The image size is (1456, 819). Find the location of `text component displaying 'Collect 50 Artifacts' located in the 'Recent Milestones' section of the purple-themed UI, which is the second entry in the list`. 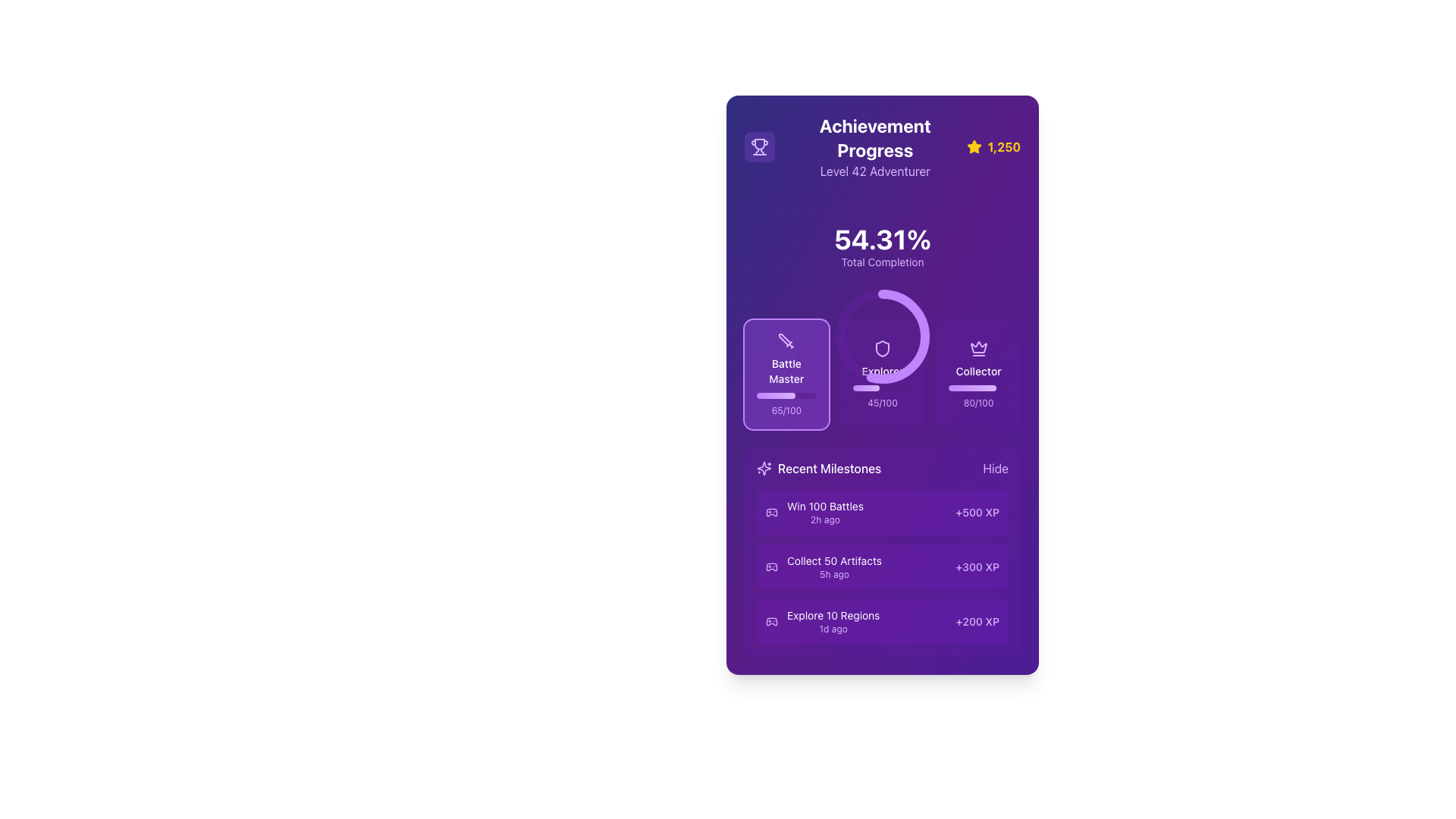

text component displaying 'Collect 50 Artifacts' located in the 'Recent Milestones' section of the purple-themed UI, which is the second entry in the list is located at coordinates (833, 561).